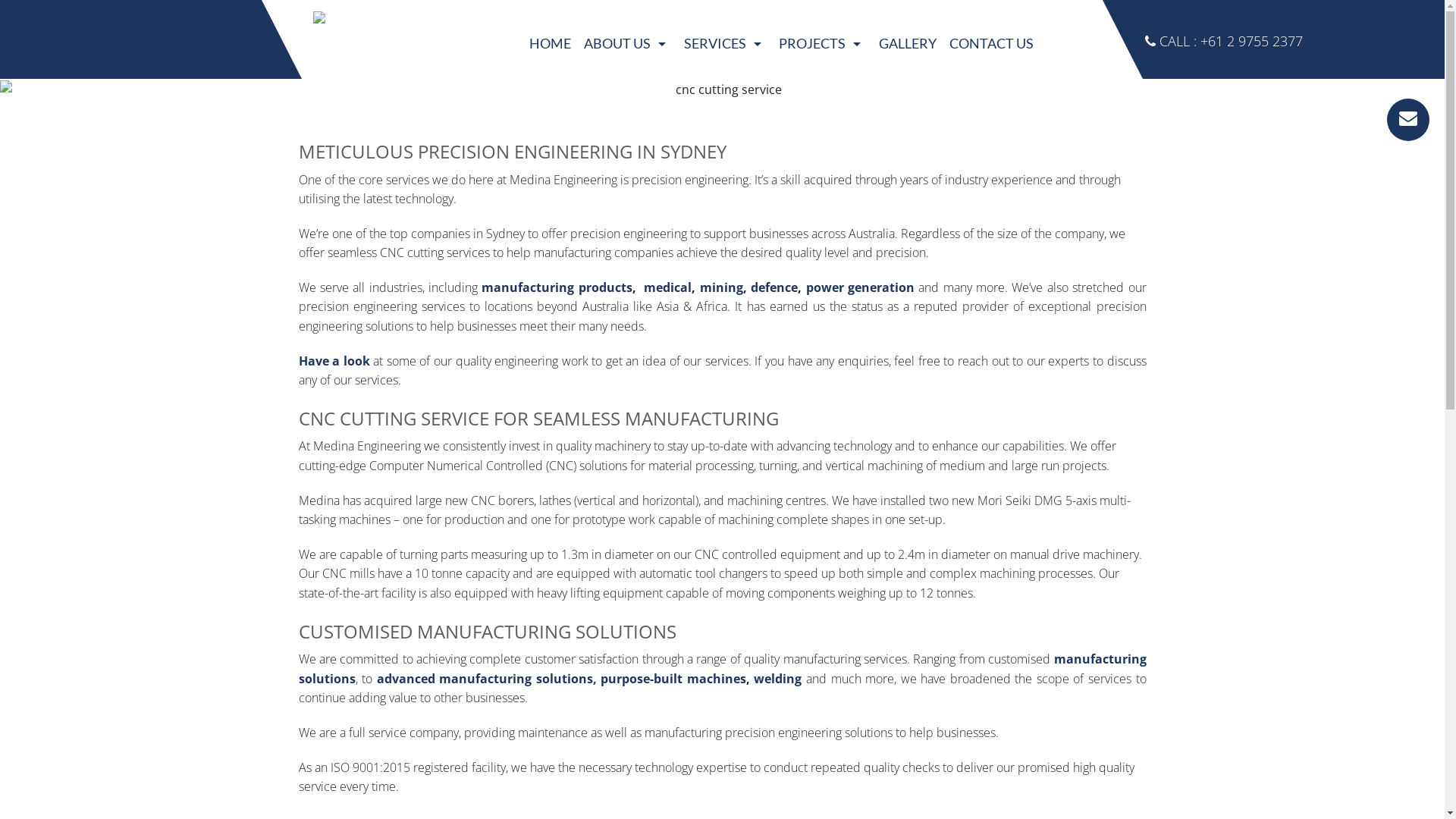  I want to click on 'BUILDING PRODUCTS', so click(772, 89).